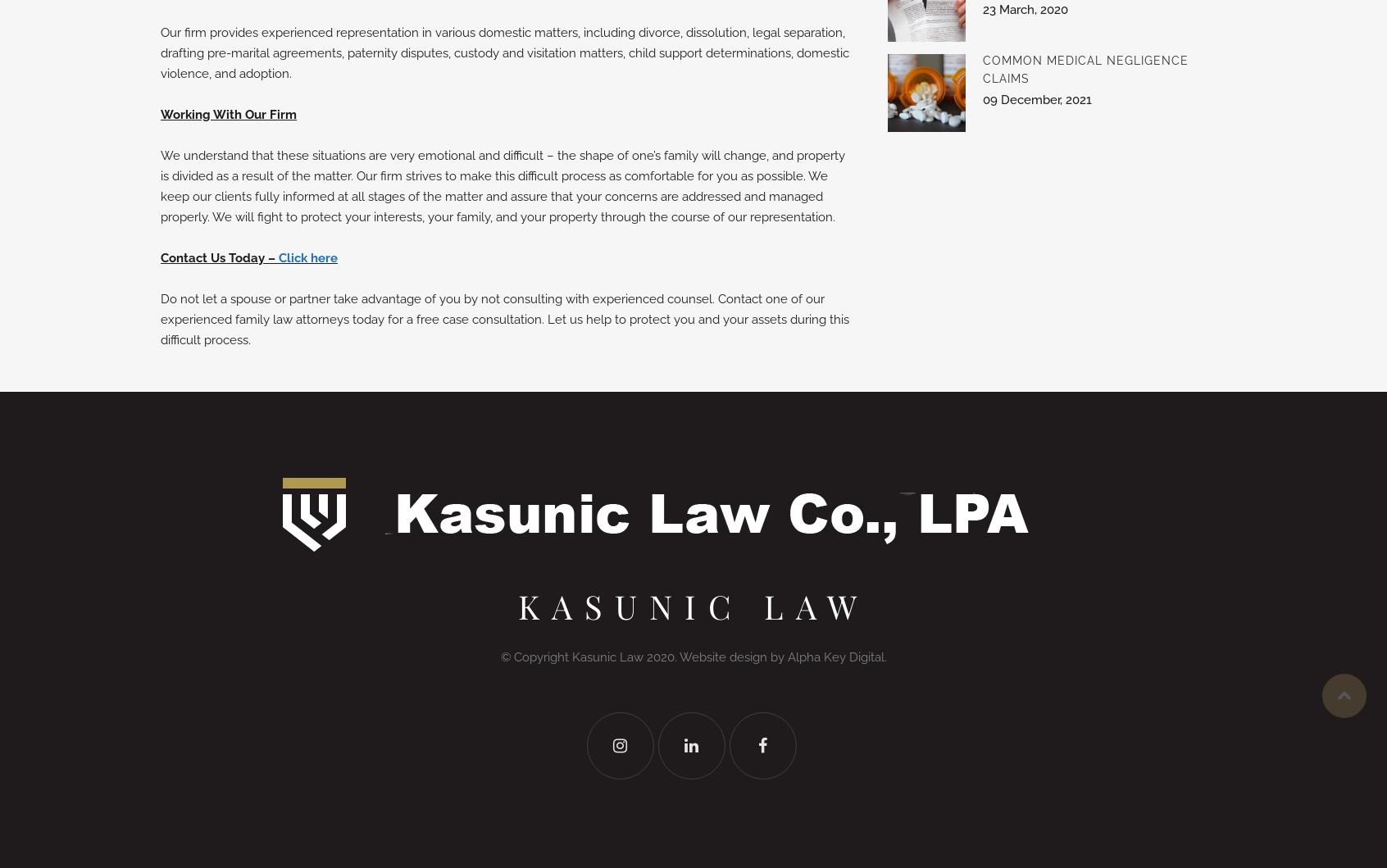 Image resolution: width=1387 pixels, height=868 pixels. What do you see at coordinates (1036, 98) in the screenshot?
I see `'09 December, 2021'` at bounding box center [1036, 98].